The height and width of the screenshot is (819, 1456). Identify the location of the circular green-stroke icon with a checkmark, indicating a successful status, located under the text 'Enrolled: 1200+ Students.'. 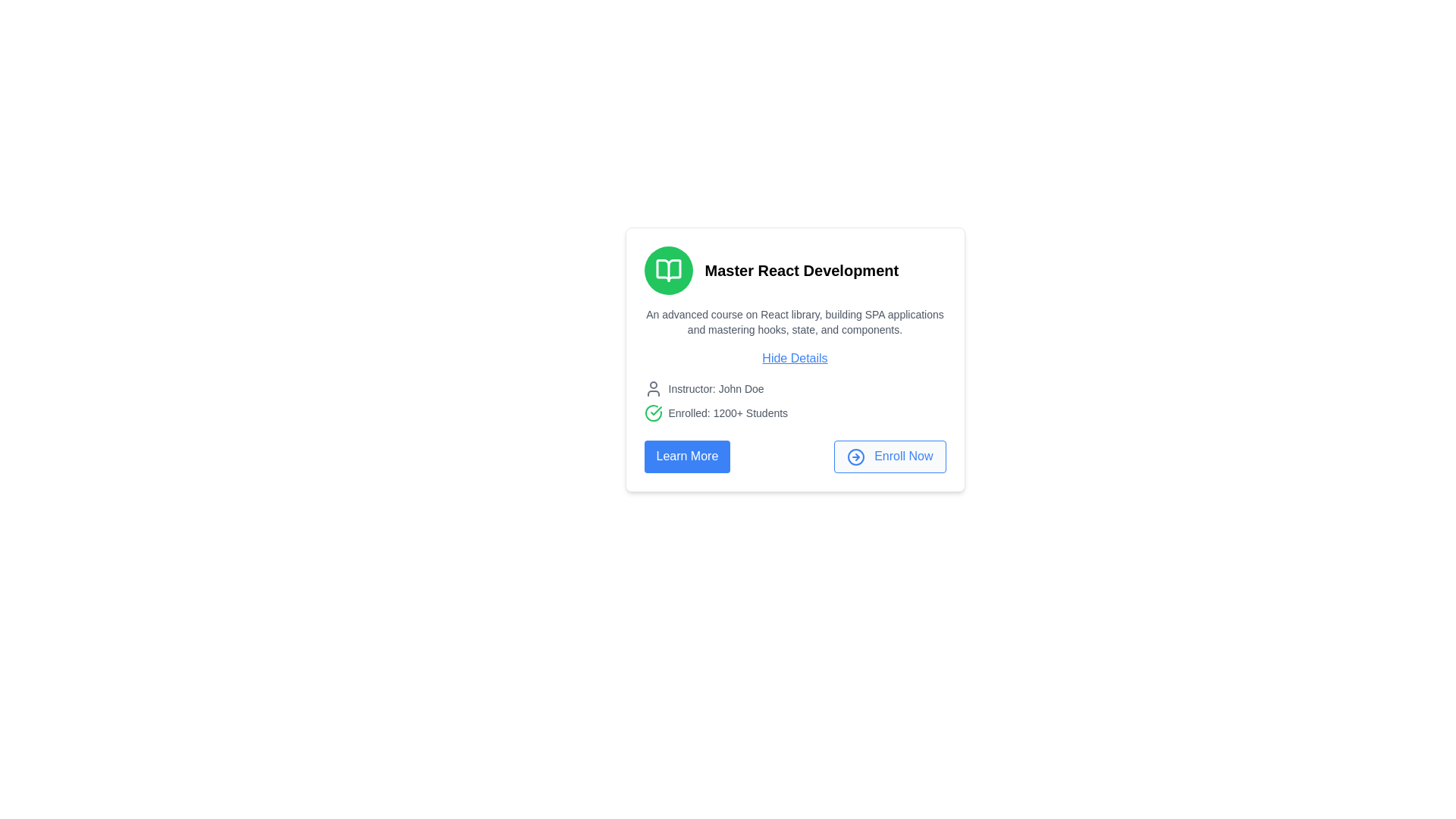
(653, 413).